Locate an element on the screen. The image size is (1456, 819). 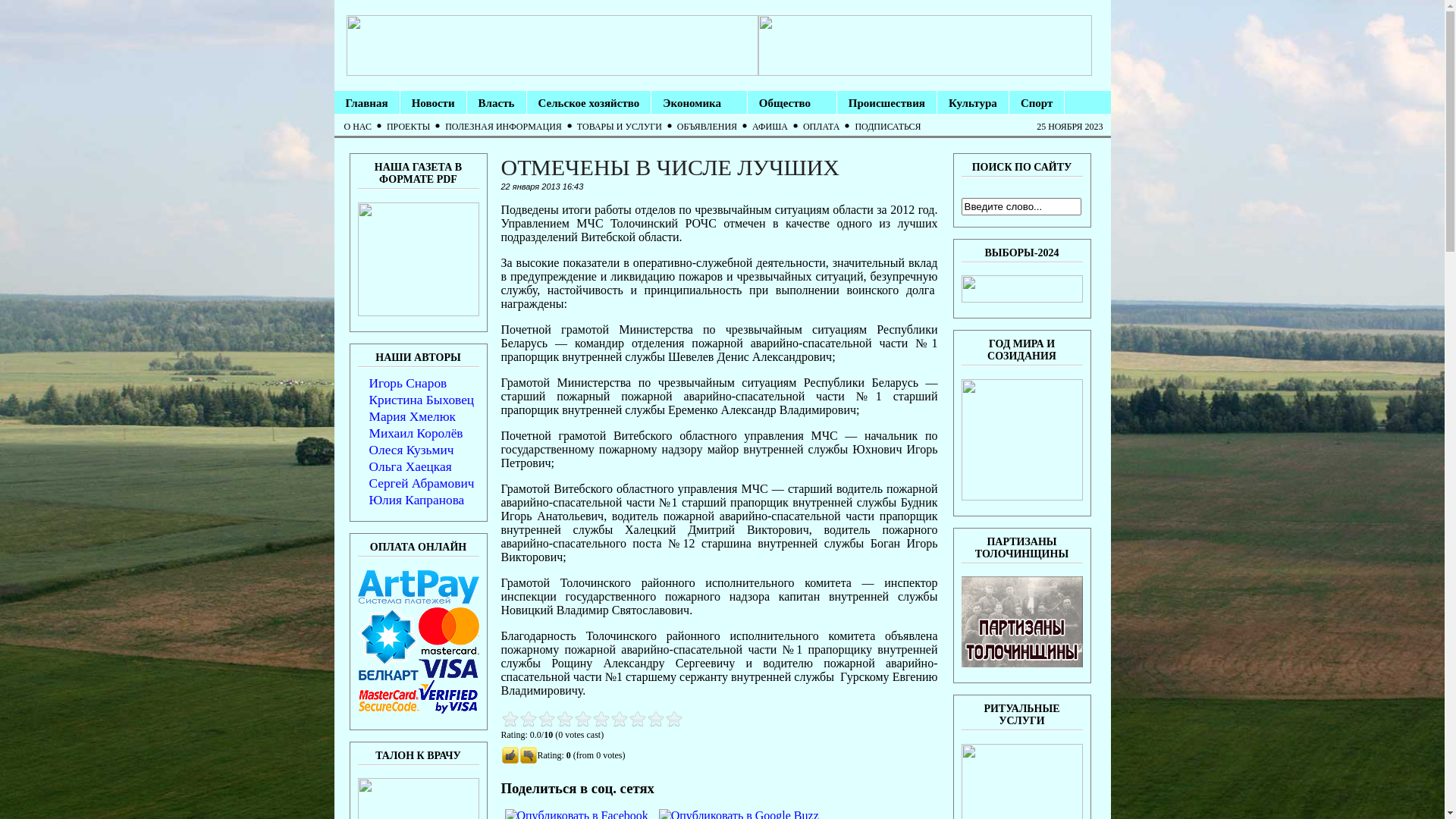
'3 / 10' is located at coordinates (528, 718).